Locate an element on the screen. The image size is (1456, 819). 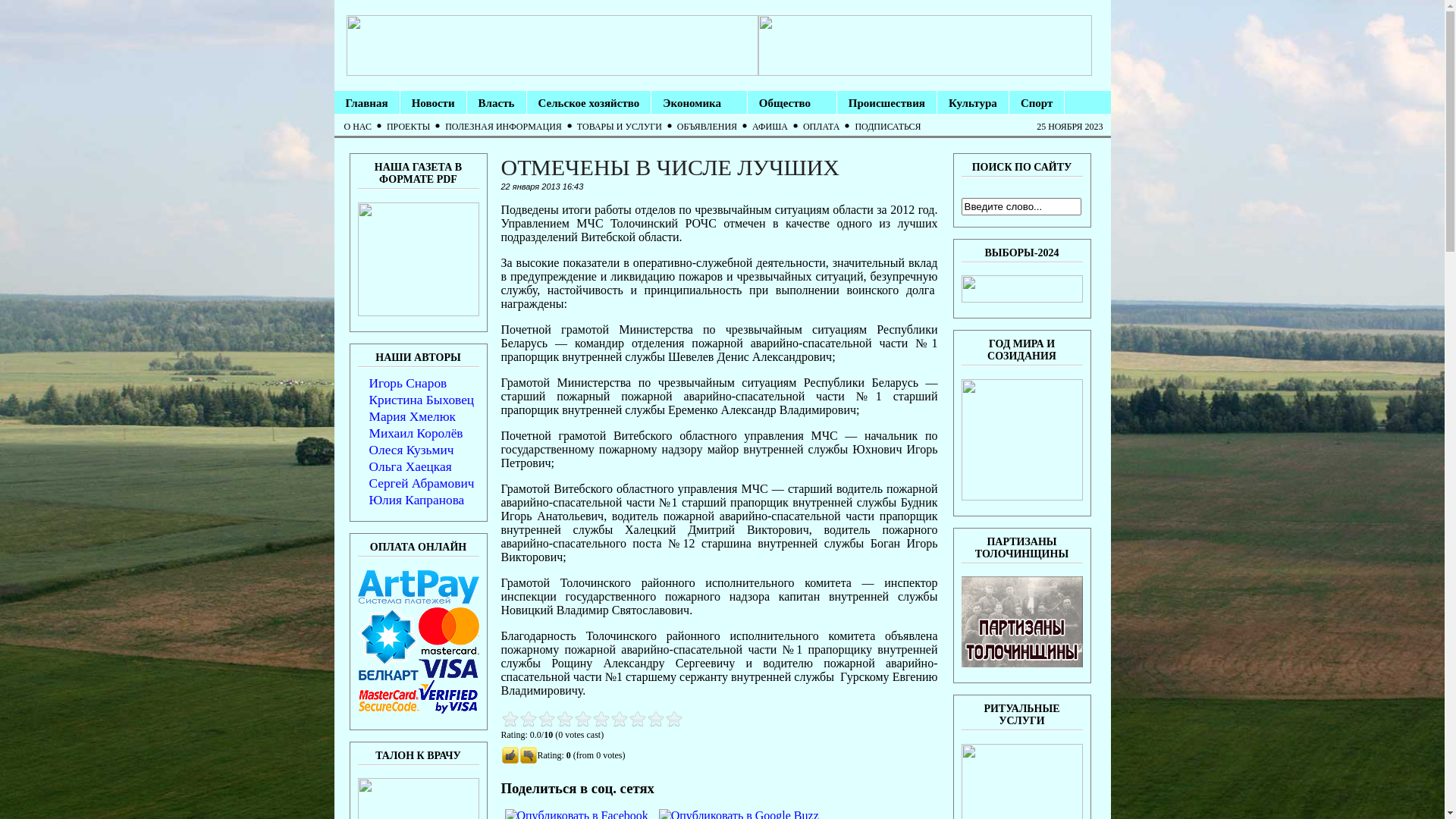
'3 / 10' is located at coordinates (528, 718).